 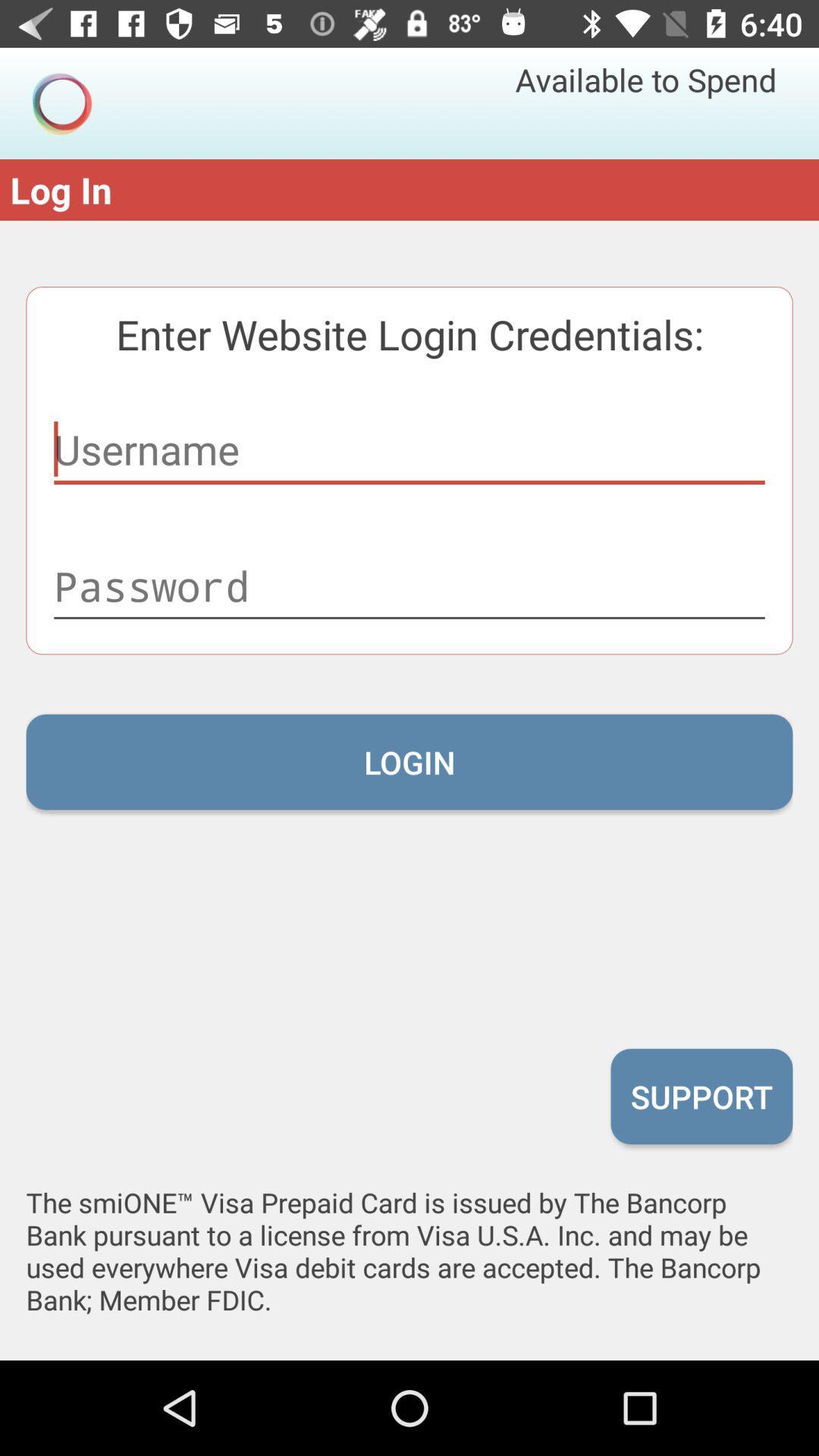 I want to click on the support icon, so click(x=701, y=1096).